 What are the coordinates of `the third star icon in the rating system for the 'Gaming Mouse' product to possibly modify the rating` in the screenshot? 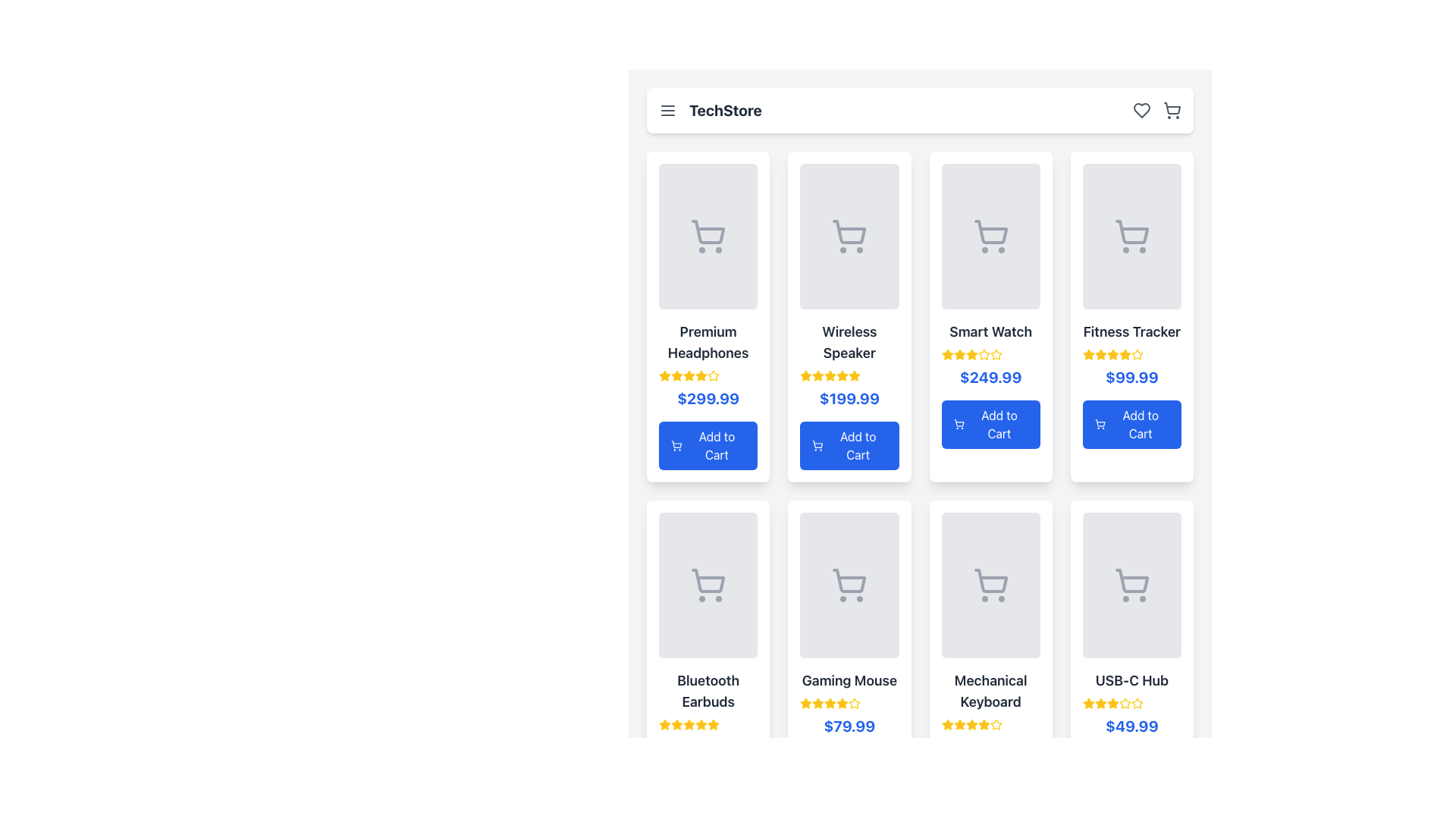 It's located at (829, 702).